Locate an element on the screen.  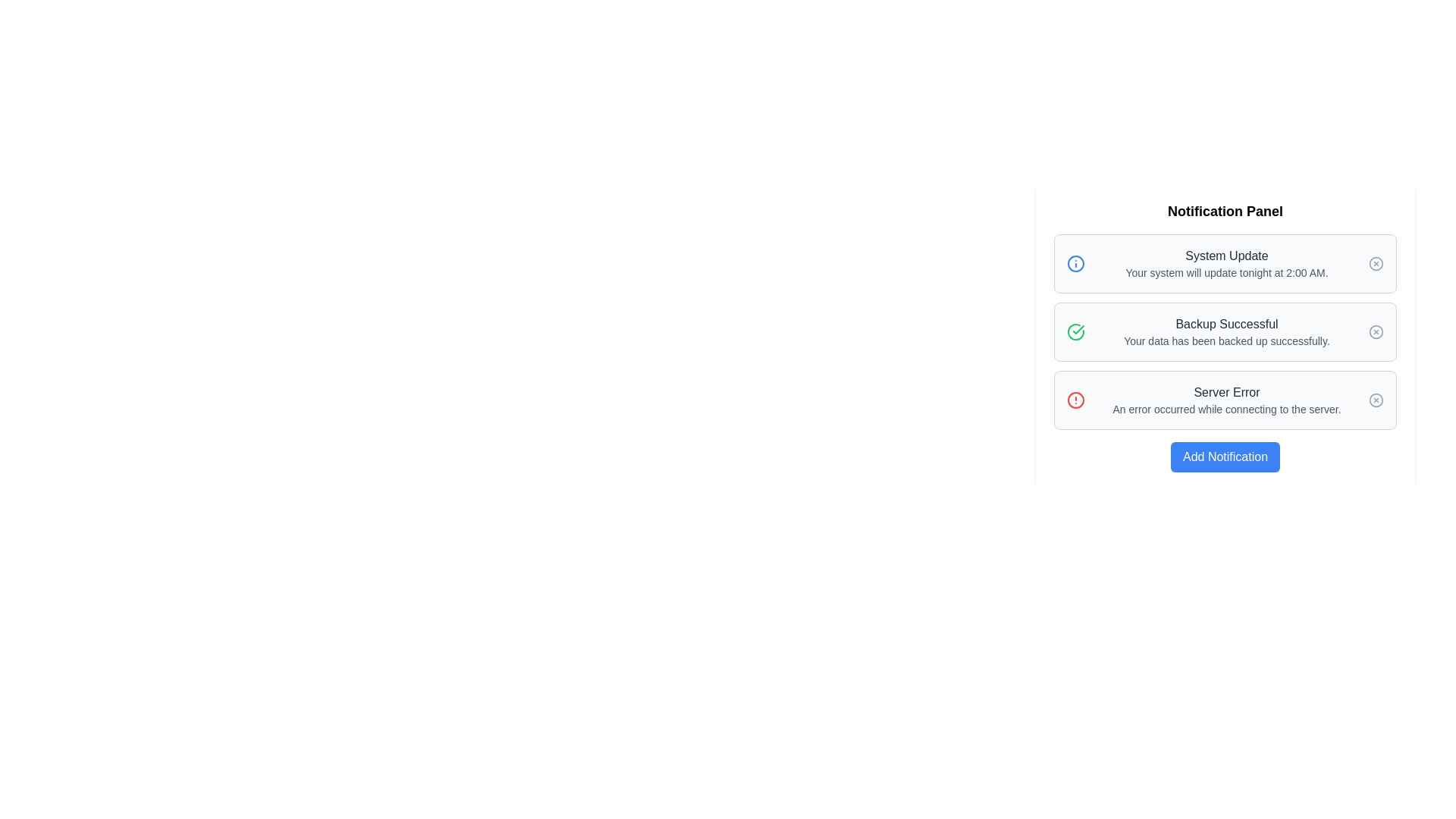
the interactive icon located at the far right side of the 'Backup Successful' notification card is located at coordinates (1376, 331).